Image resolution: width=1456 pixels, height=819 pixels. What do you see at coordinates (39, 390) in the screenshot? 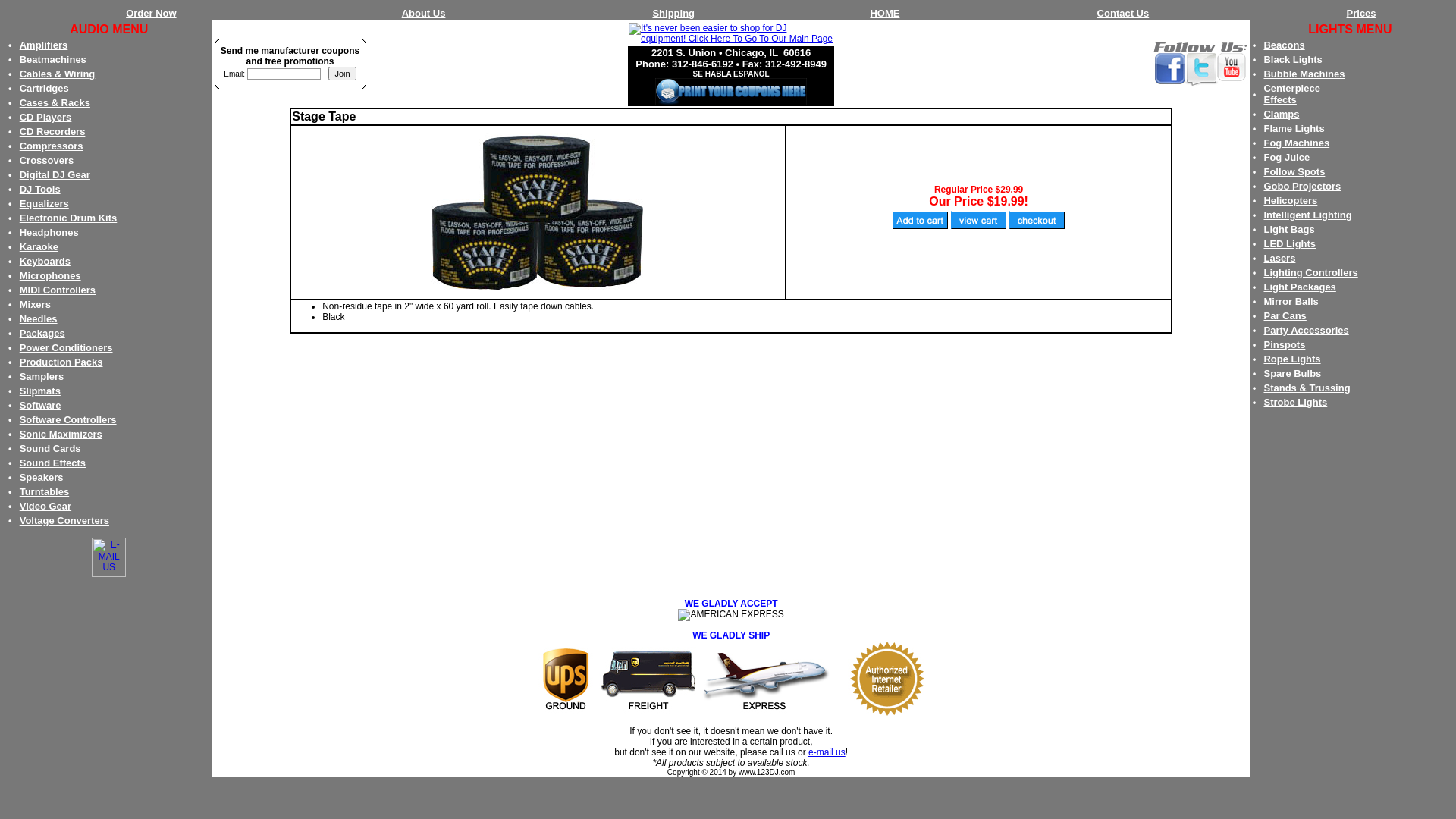
I see `'Slipmats'` at bounding box center [39, 390].